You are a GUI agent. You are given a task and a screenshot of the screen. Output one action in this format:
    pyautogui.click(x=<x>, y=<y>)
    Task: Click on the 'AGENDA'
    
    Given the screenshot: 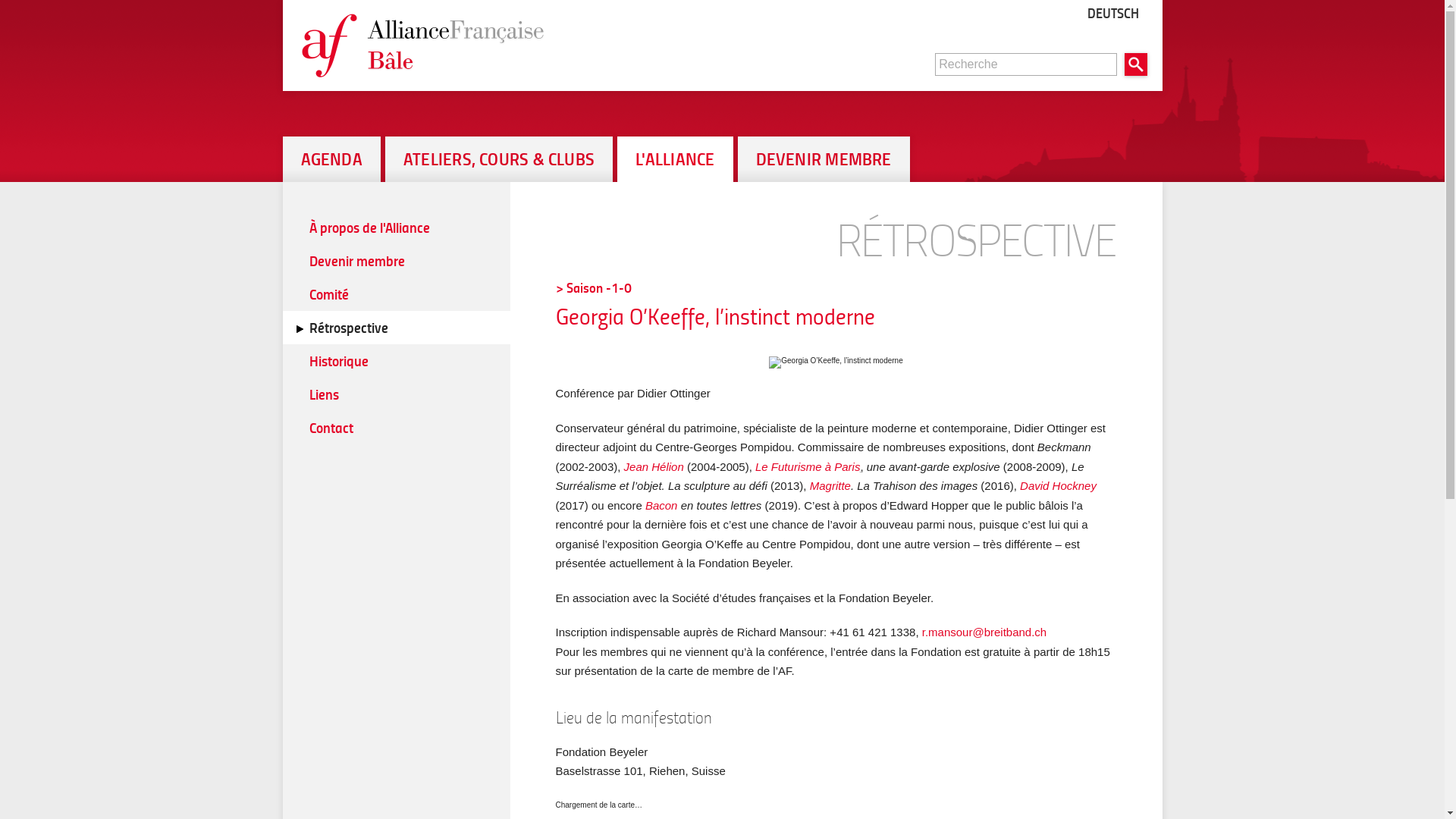 What is the action you would take?
    pyautogui.click(x=330, y=158)
    